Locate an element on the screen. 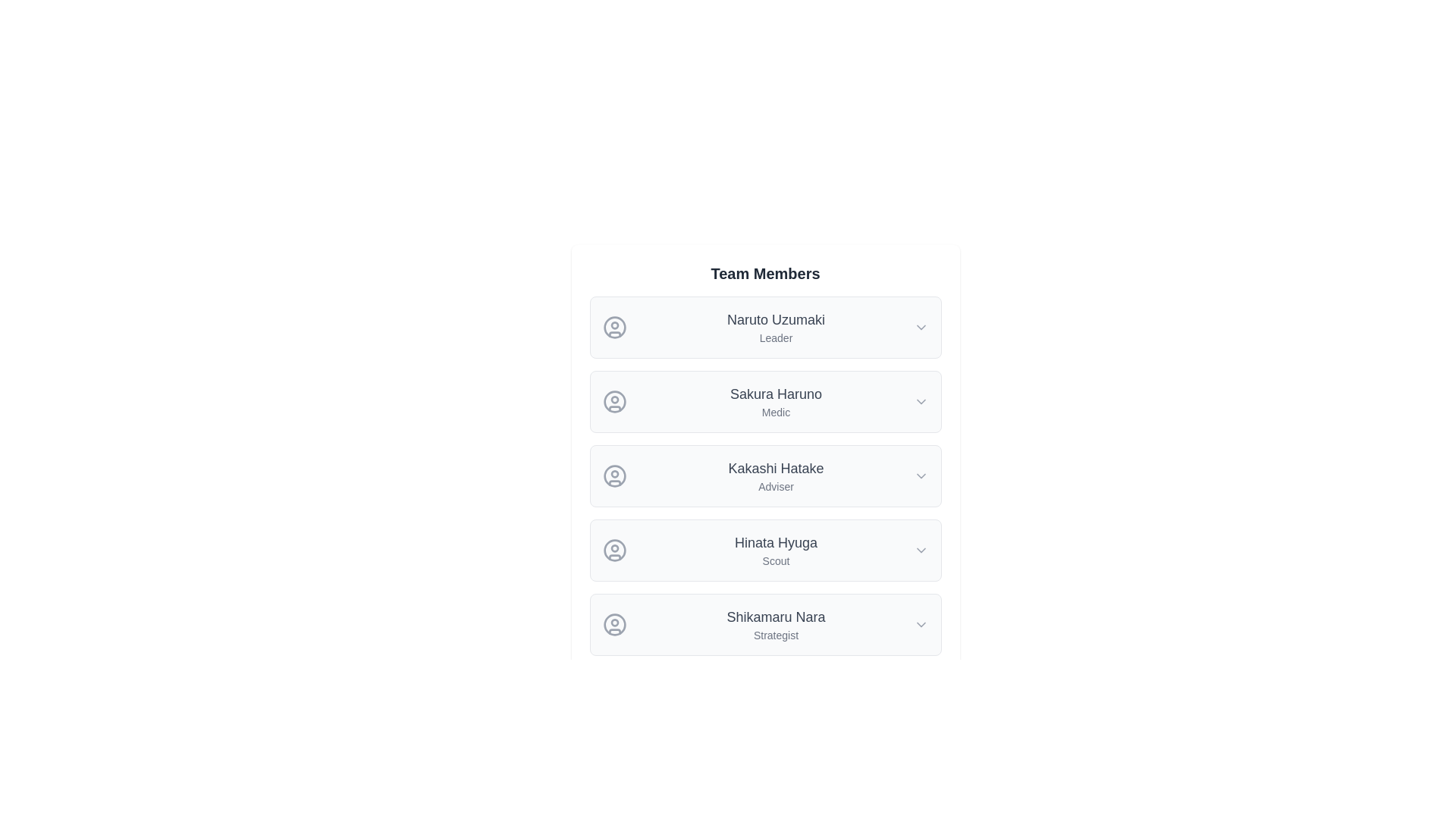 This screenshot has width=1456, height=819. the Dropdown toggle button (chevron icon) located at the rightmost part of the row containing 'Shikamaru Nara' is located at coordinates (920, 625).